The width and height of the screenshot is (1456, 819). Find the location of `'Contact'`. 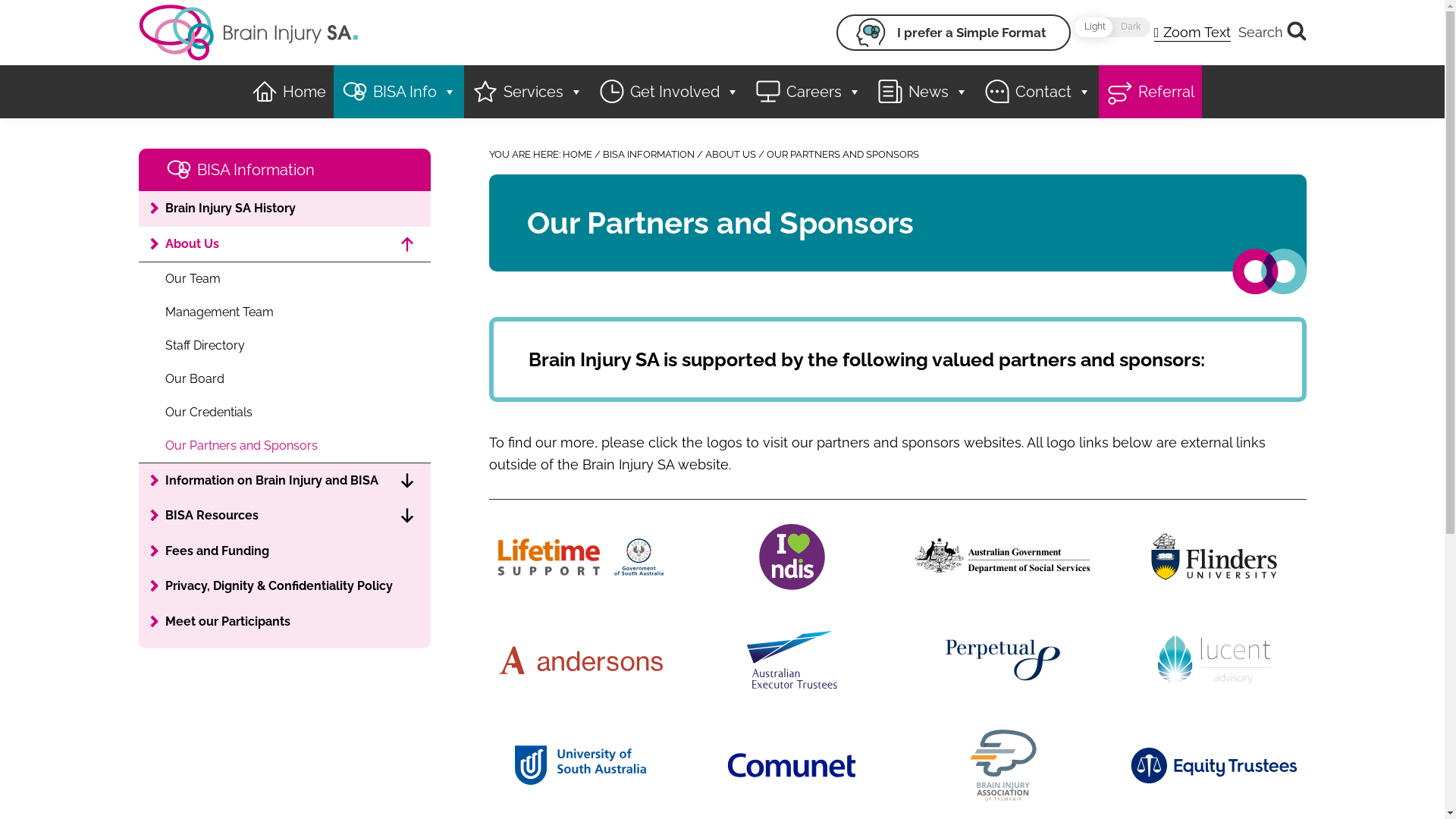

'Contact' is located at coordinates (1036, 91).